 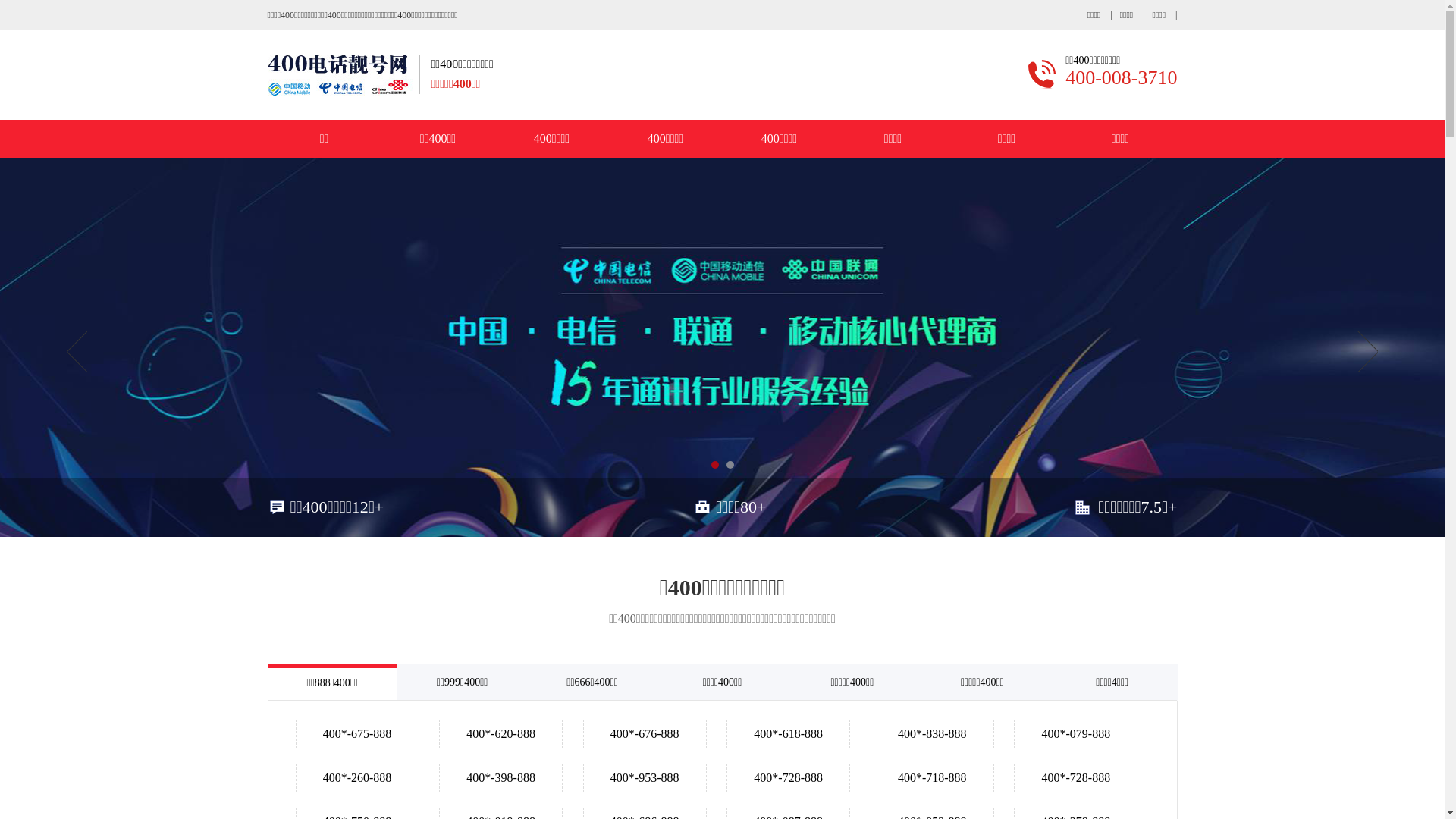 What do you see at coordinates (582, 778) in the screenshot?
I see `'400*-953-888'` at bounding box center [582, 778].